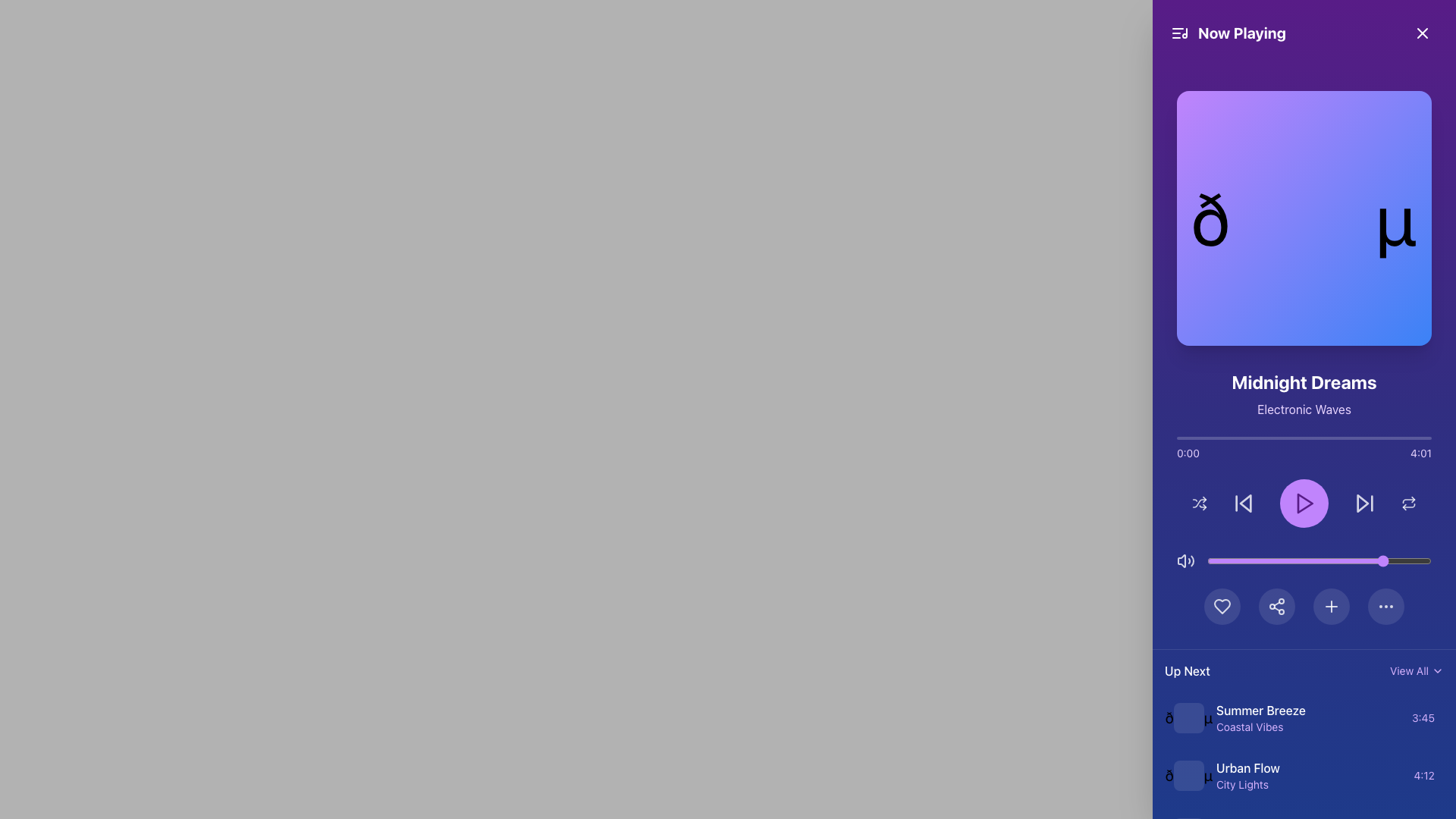  What do you see at coordinates (1423, 775) in the screenshot?
I see `the song duration displayed as '4:12' in purple color located in the lower-right corner of the song entry in the 'Up Next' playlist section` at bounding box center [1423, 775].